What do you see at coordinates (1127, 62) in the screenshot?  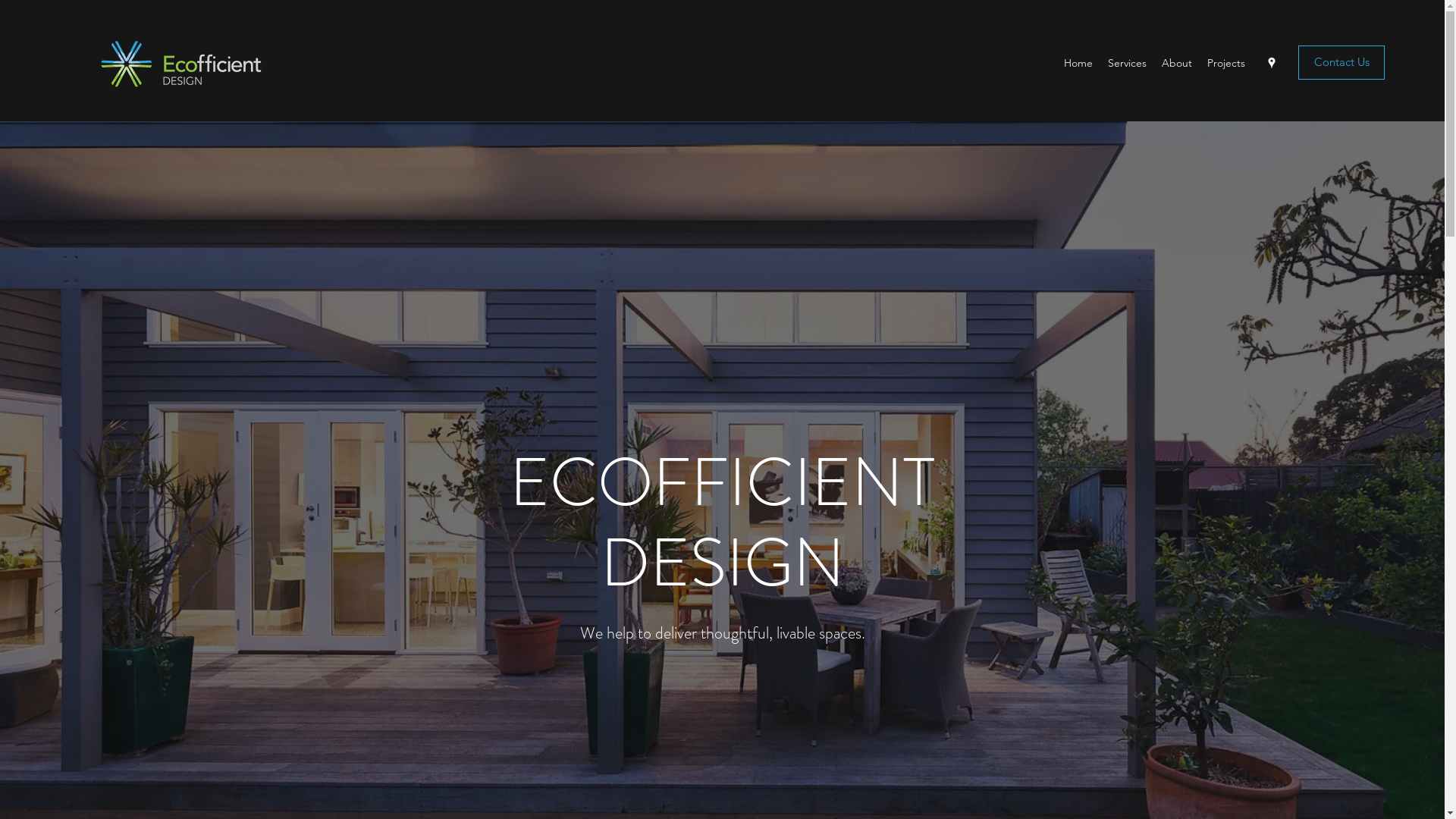 I see `'Services'` at bounding box center [1127, 62].